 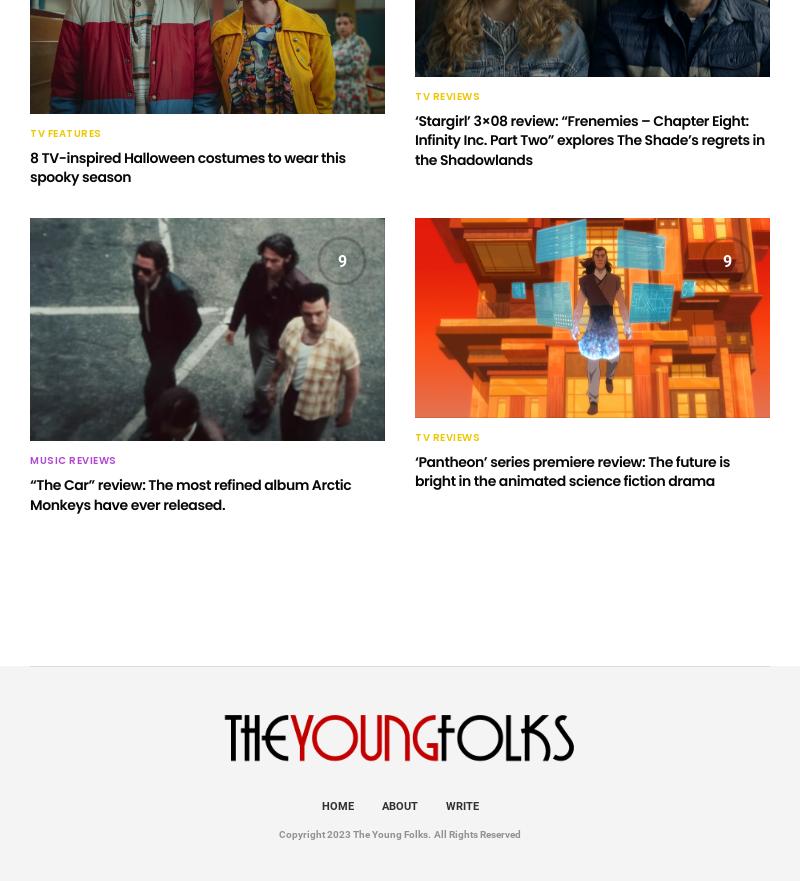 I want to click on '“The Car” review: The most refined album Arctic Monkeys have ever released.', so click(x=189, y=494).